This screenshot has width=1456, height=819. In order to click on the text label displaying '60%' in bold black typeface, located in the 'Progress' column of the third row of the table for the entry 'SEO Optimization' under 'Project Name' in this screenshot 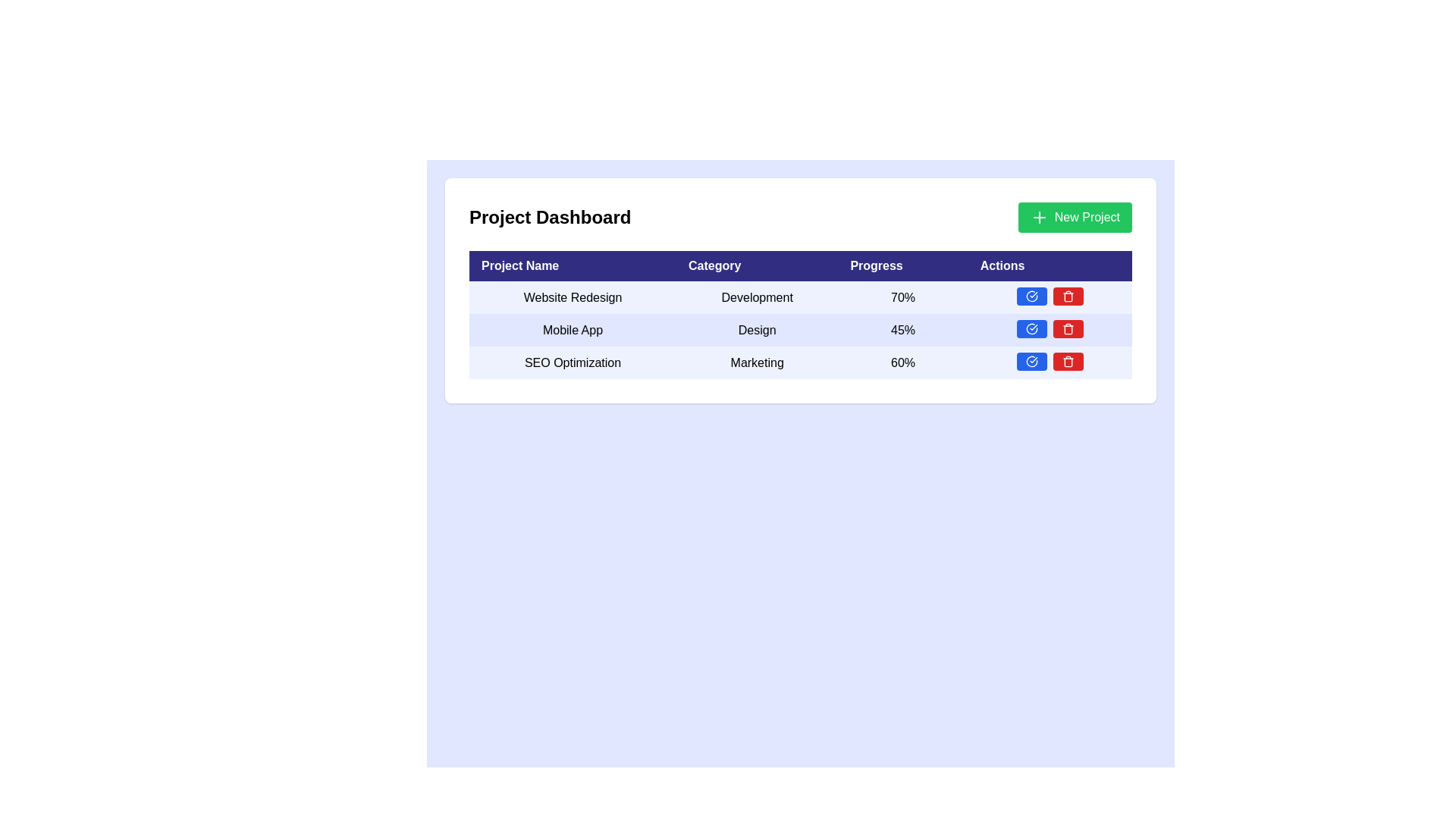, I will do `click(902, 362)`.